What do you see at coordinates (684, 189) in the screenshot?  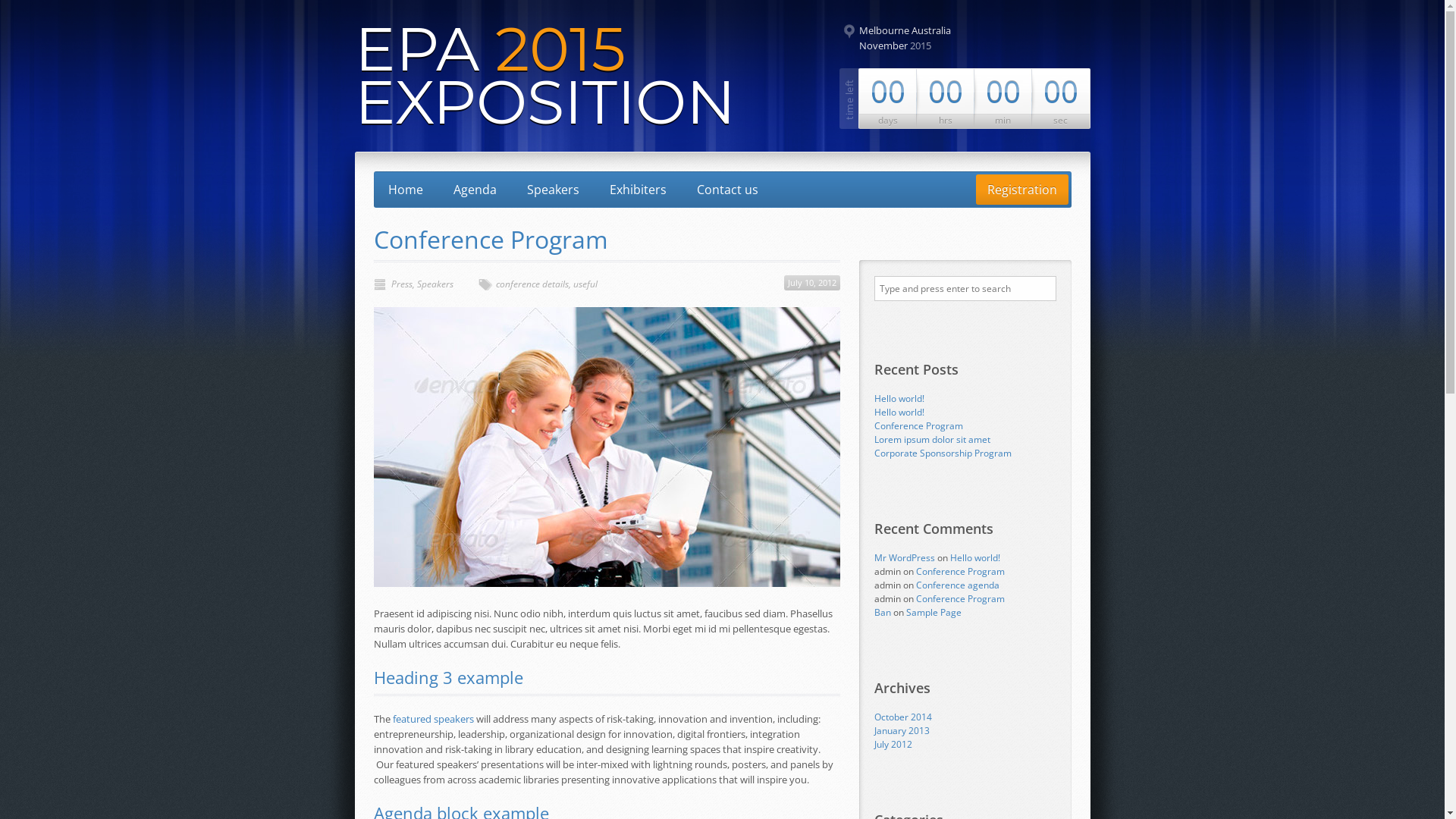 I see `'Contact us'` at bounding box center [684, 189].